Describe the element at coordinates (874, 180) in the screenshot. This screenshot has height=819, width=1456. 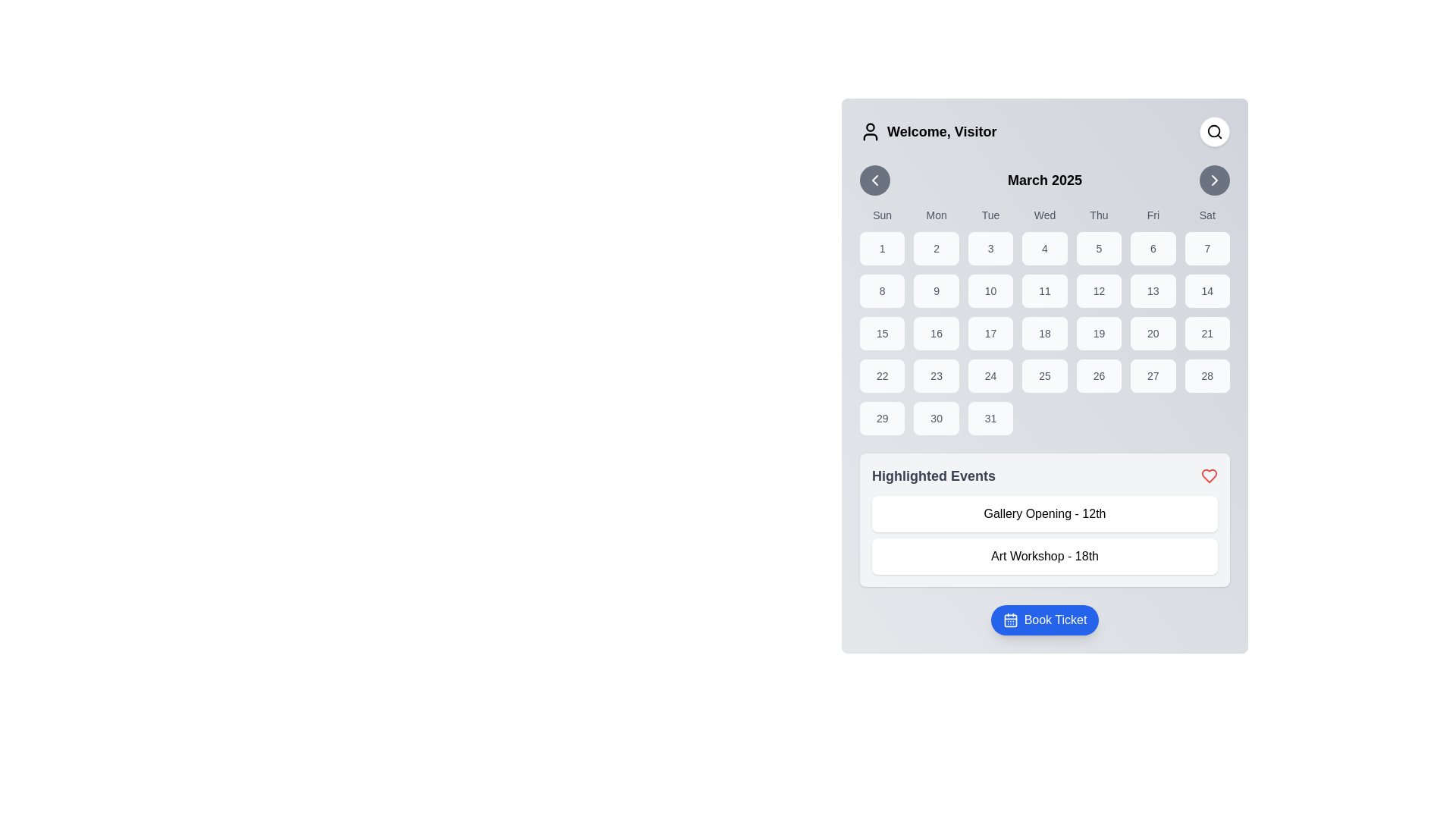
I see `the chevron icon` at that location.